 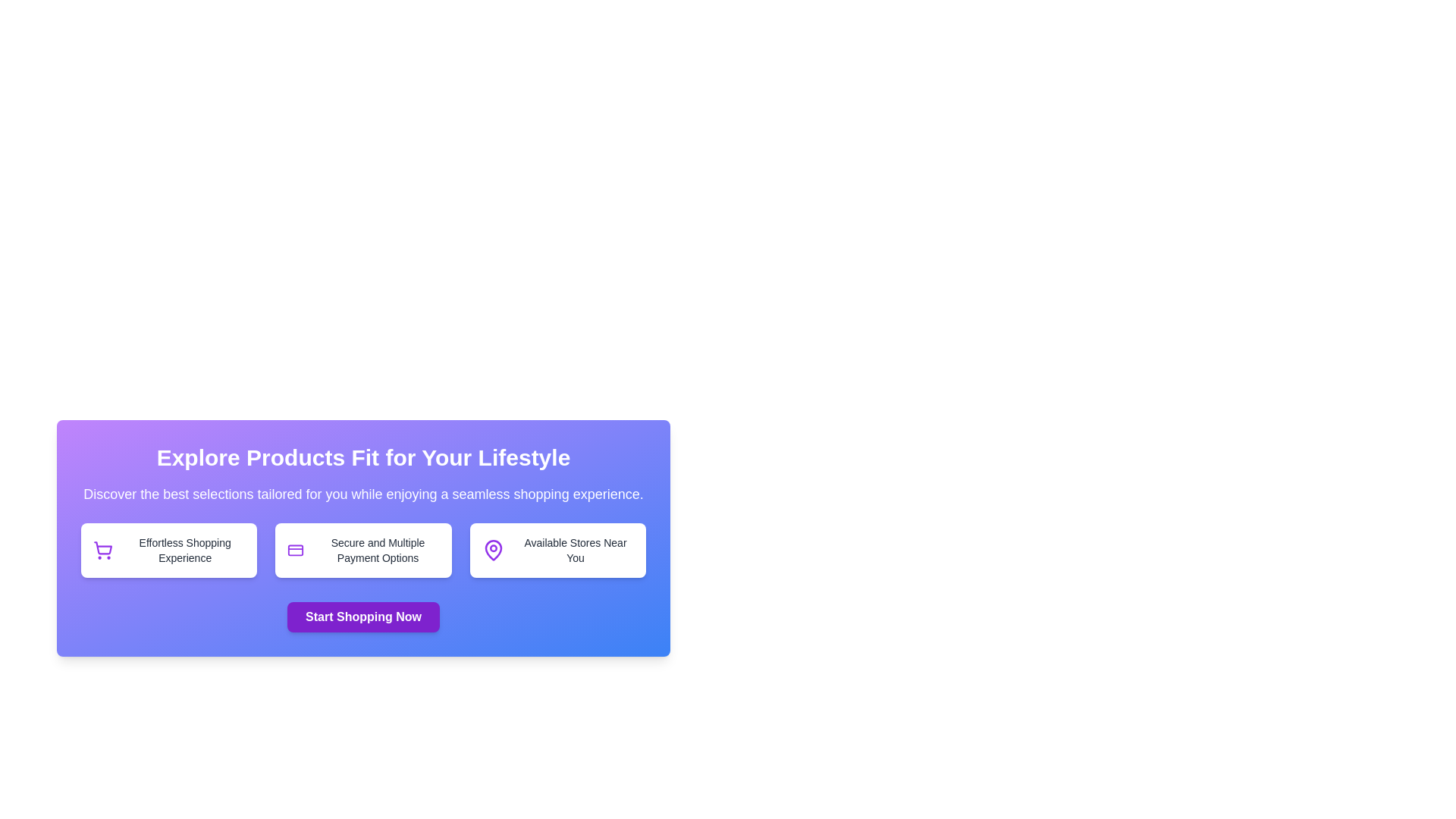 What do you see at coordinates (102, 548) in the screenshot?
I see `the shopping cart icon` at bounding box center [102, 548].